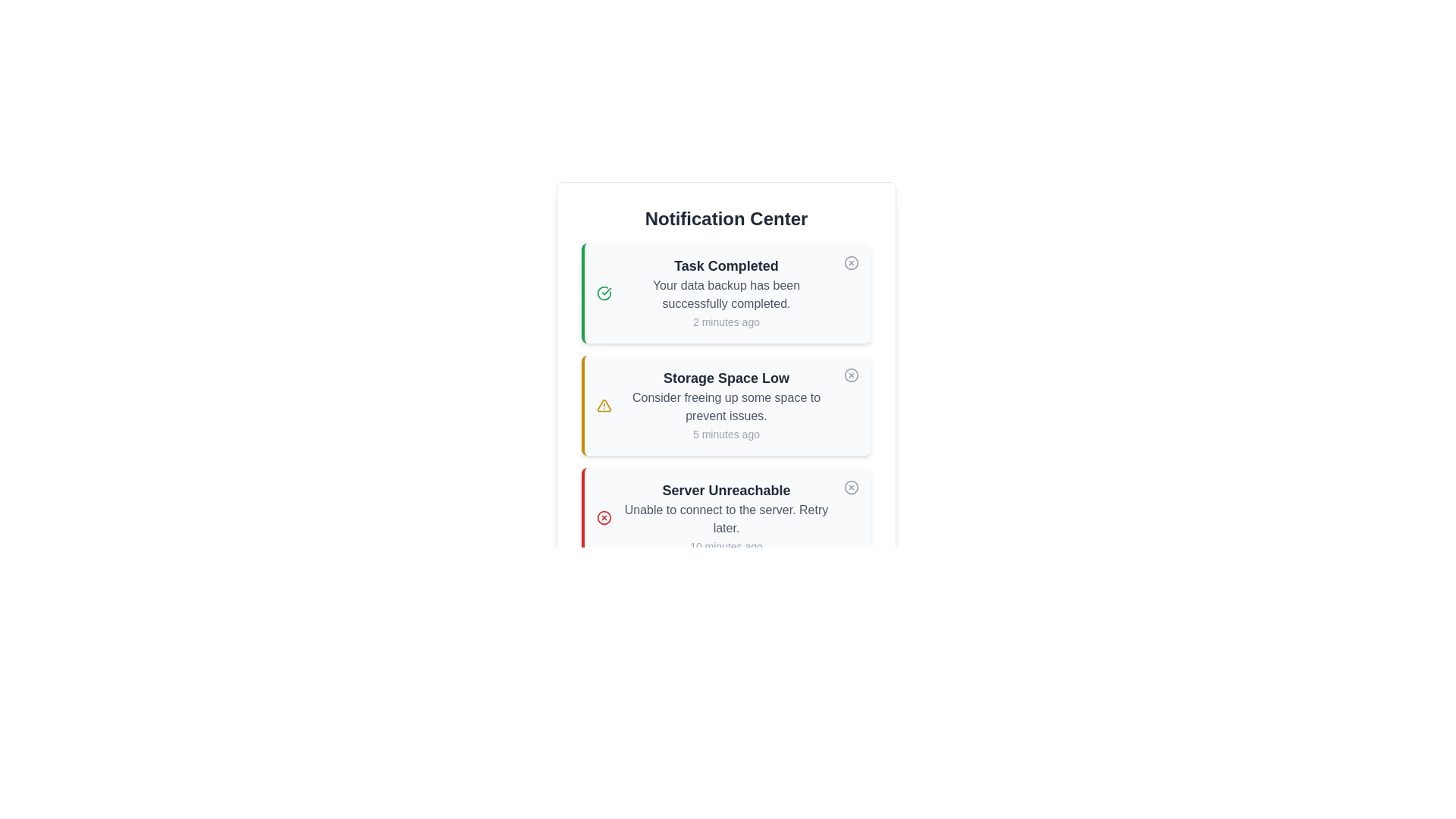  What do you see at coordinates (726, 519) in the screenshot?
I see `the static text label displaying the message 'Unable to connect to the server. Retry later.' which is located in the bottom section of the notification titled 'Server Unreachable'` at bounding box center [726, 519].